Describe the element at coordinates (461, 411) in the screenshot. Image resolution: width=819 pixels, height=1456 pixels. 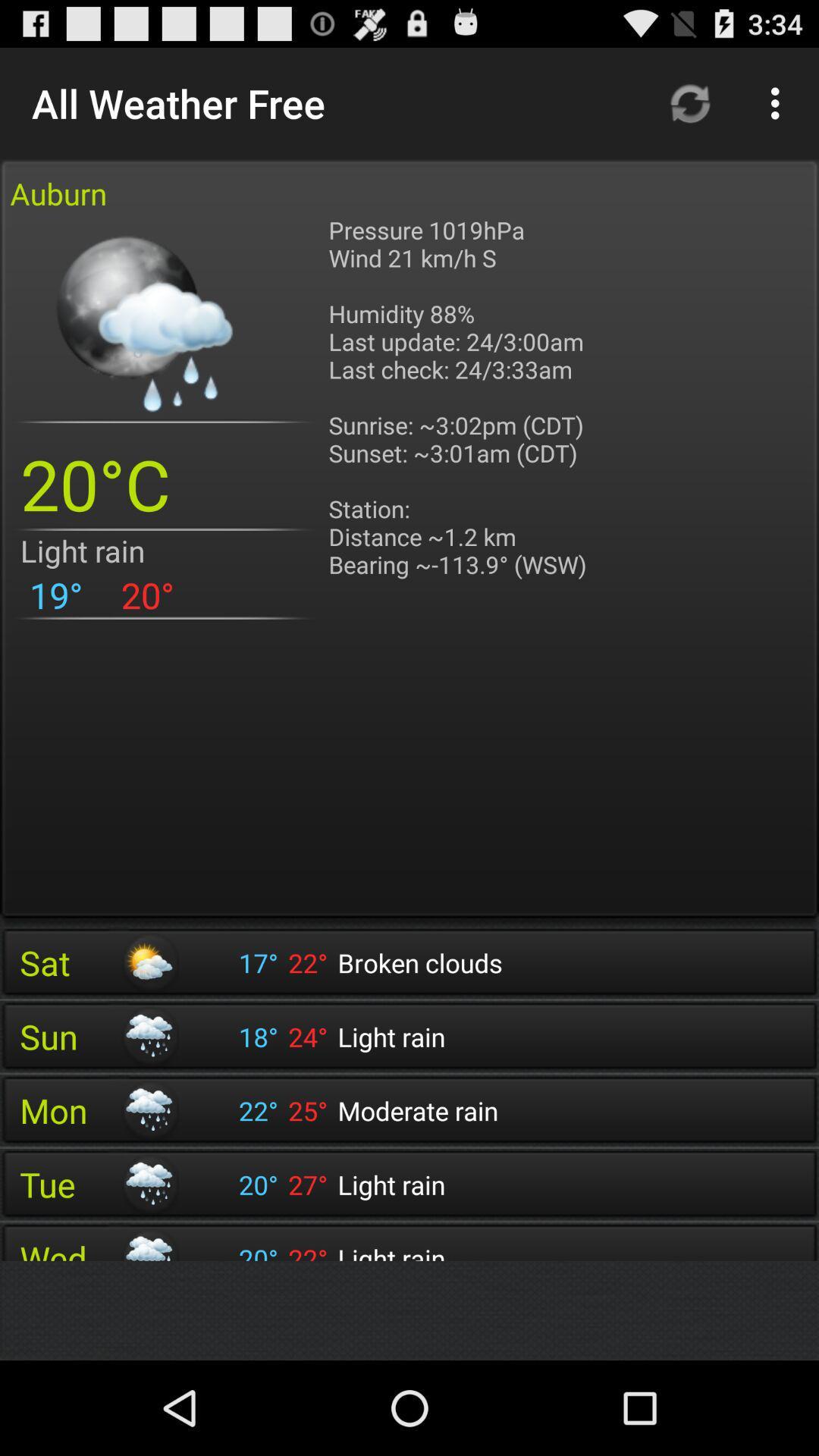
I see `the text on the right next to the 1st image on the web page` at that location.